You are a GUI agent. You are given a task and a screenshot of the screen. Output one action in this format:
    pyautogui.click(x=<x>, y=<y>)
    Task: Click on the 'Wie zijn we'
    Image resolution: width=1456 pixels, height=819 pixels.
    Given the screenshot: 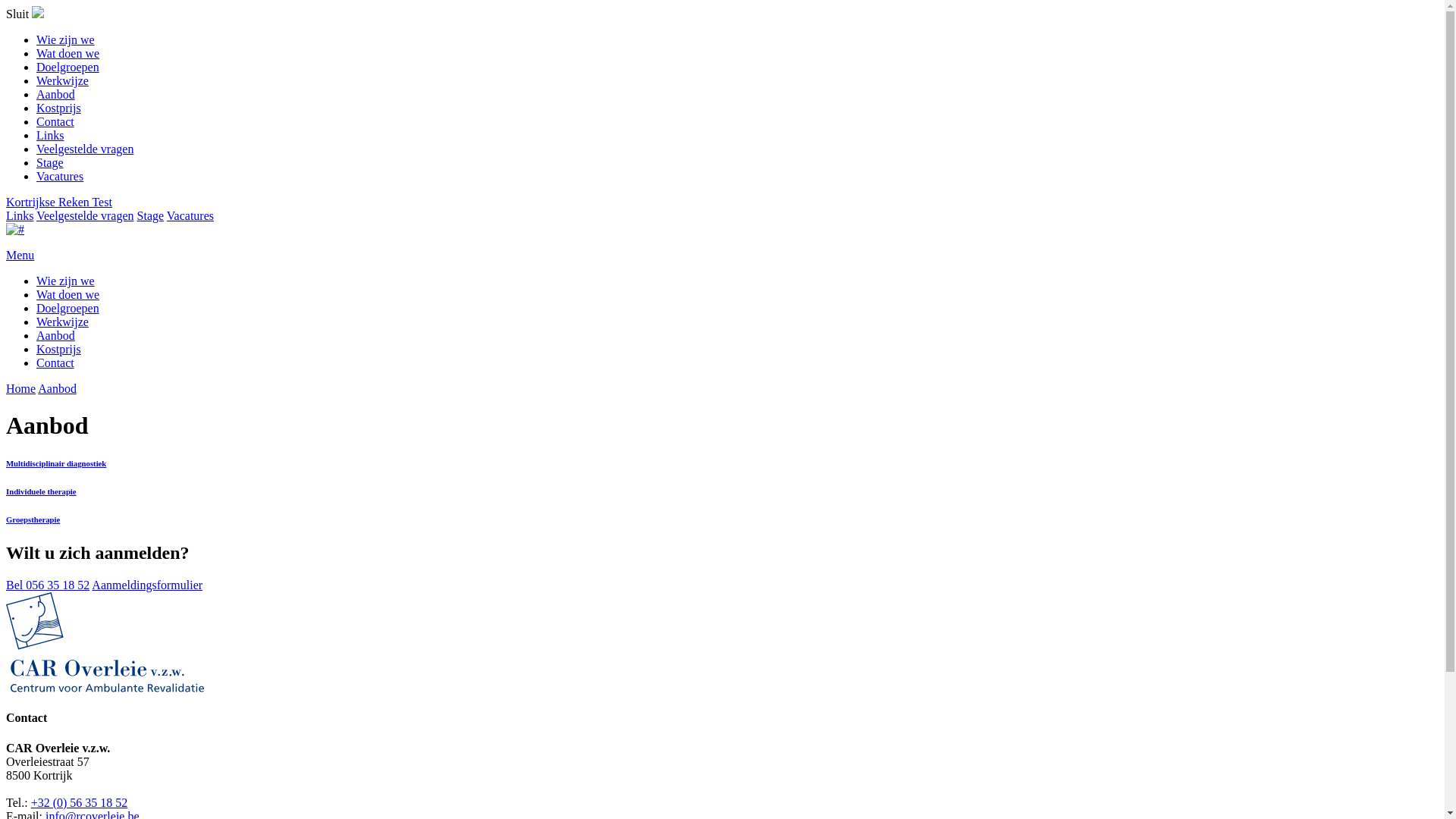 What is the action you would take?
    pyautogui.click(x=36, y=39)
    